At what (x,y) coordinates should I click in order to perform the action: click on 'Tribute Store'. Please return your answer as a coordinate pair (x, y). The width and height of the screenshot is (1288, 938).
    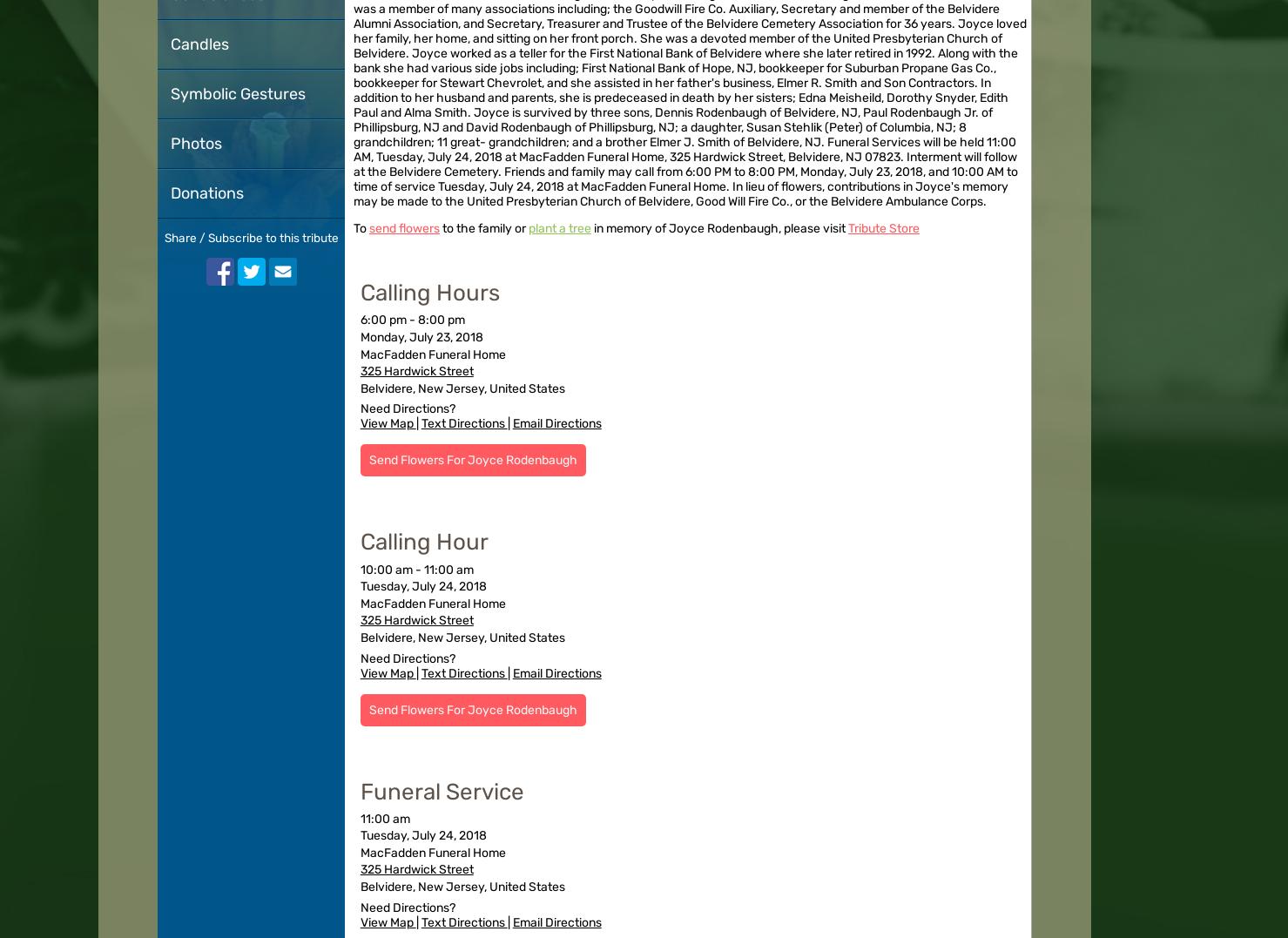
    Looking at the image, I should click on (884, 227).